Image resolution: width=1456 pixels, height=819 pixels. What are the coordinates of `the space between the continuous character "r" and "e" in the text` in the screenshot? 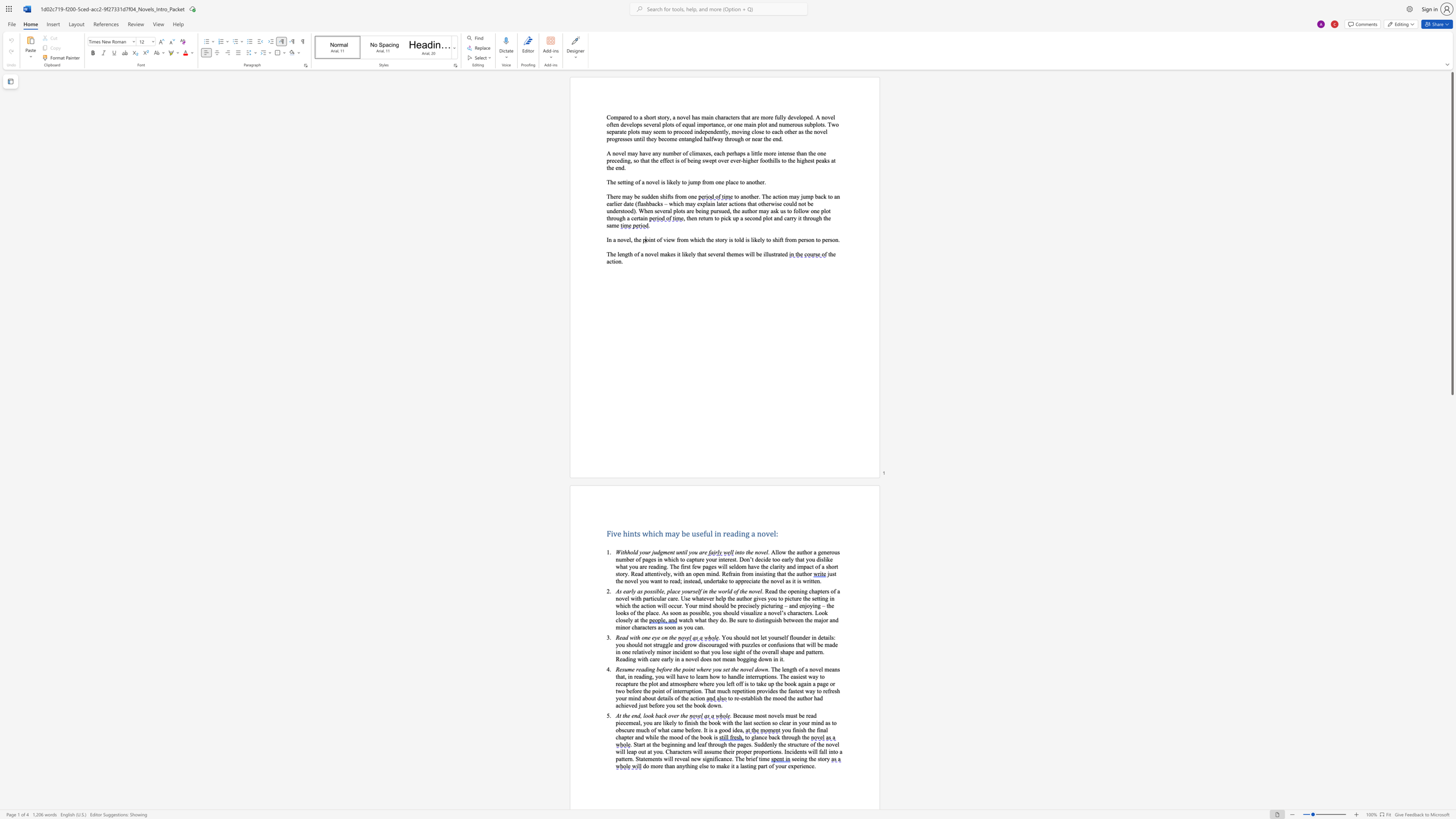 It's located at (704, 552).